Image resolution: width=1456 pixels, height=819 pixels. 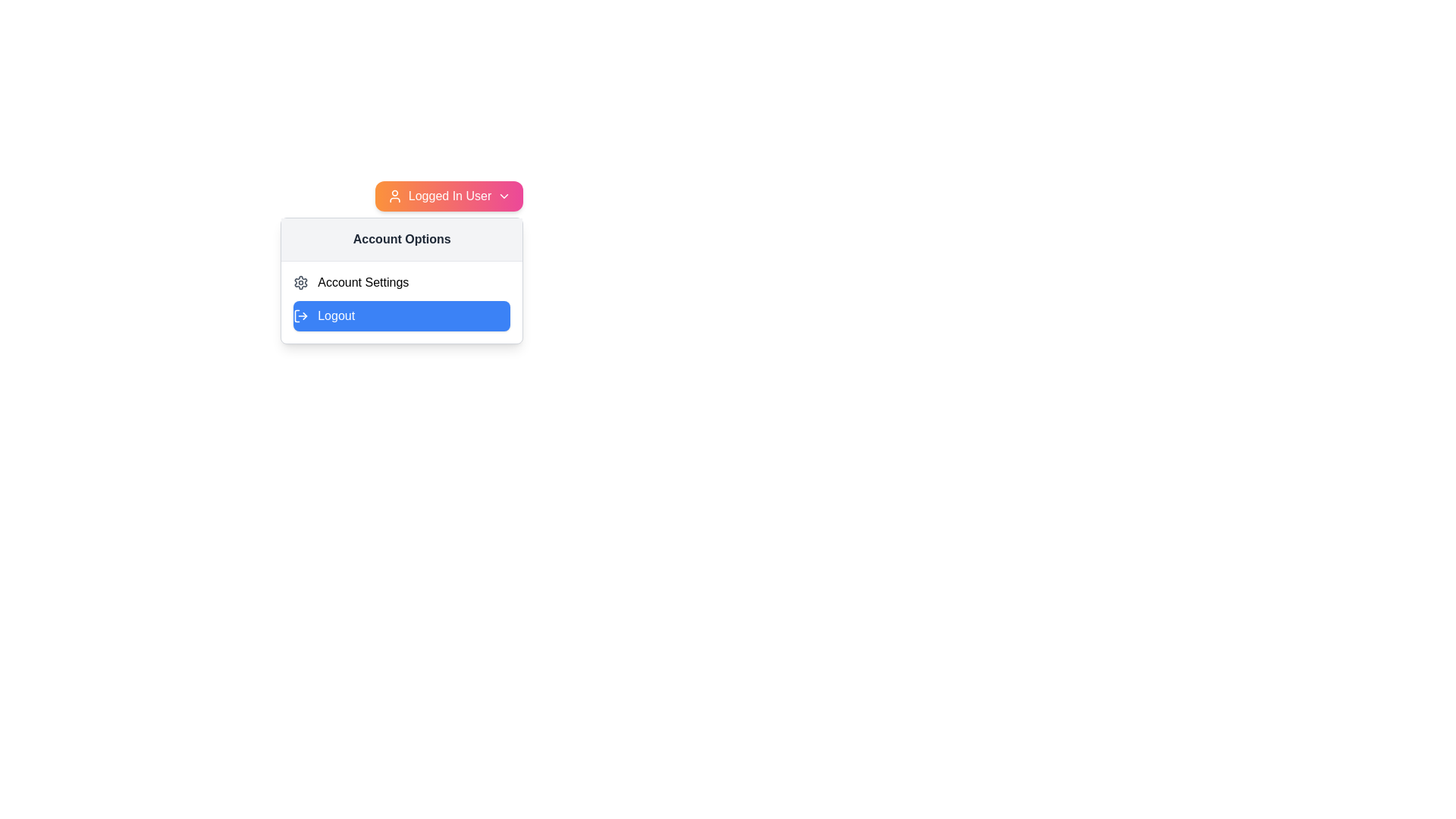 I want to click on the Text Header located at the top of the dropdown menu, which serves as a description for the options below, so click(x=402, y=239).